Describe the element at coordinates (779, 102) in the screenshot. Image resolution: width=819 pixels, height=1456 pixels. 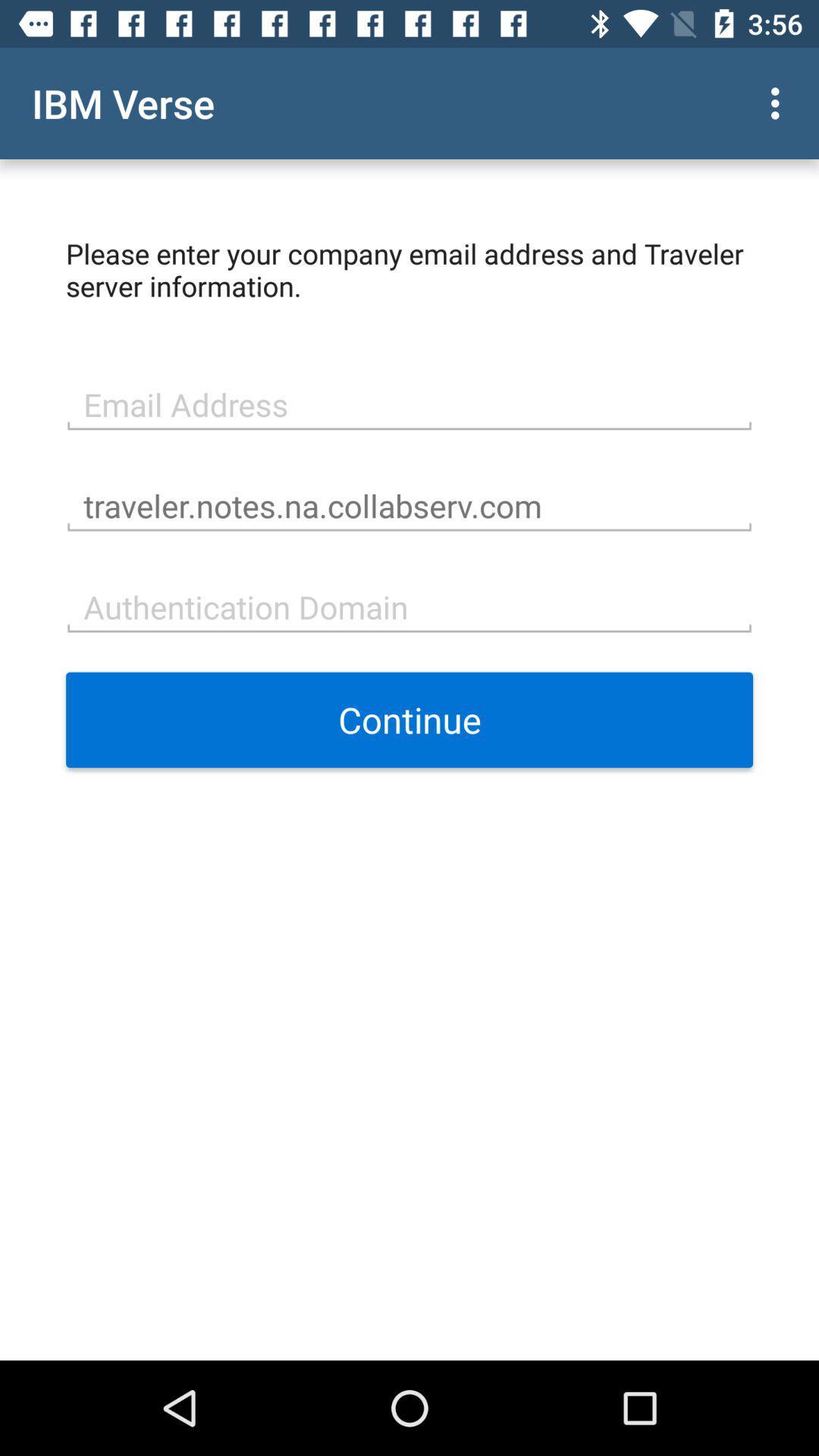
I see `icon at the top right corner` at that location.